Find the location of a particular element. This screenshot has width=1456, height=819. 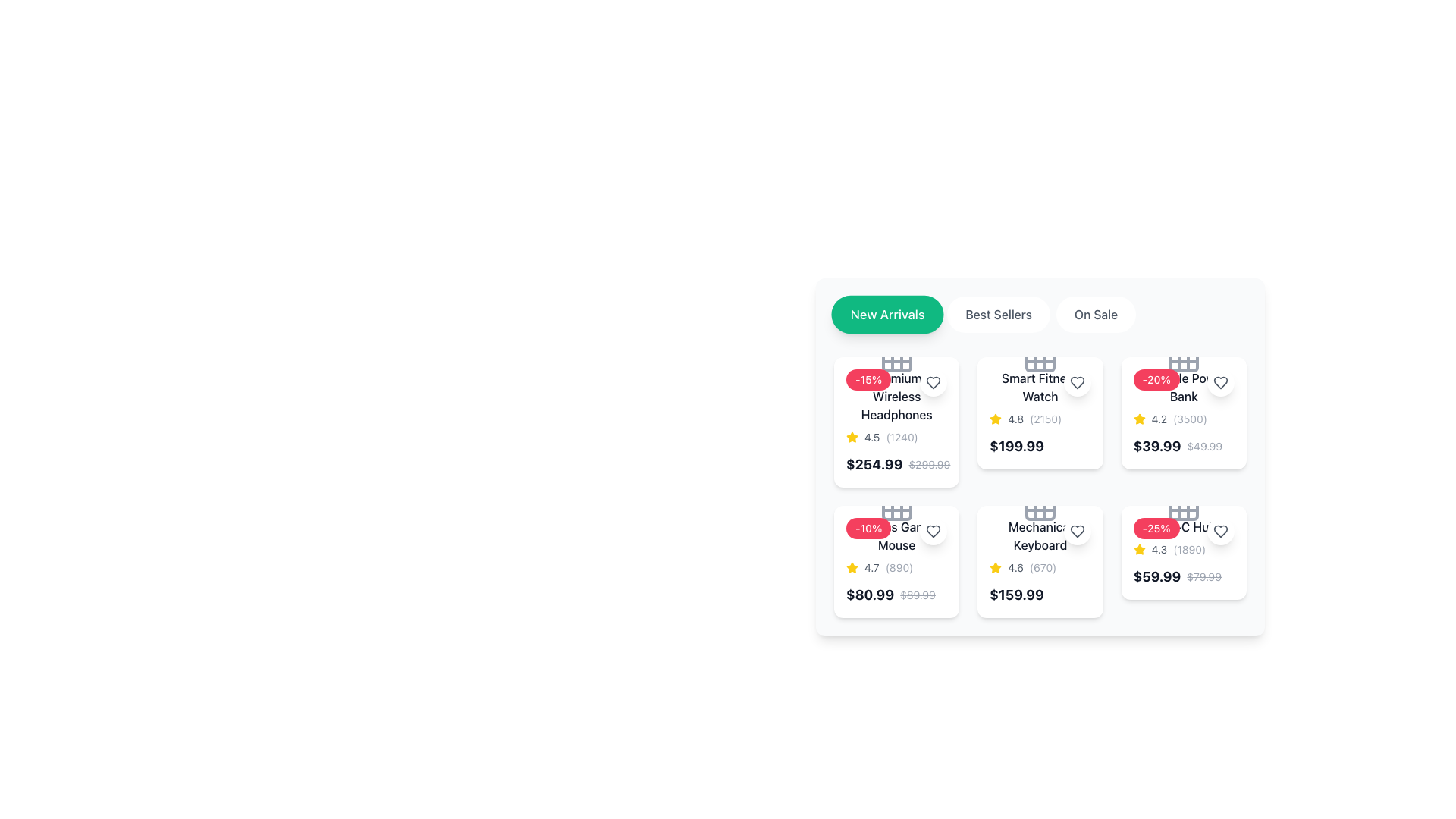

the heart icon button styled as an outline in dark gray against a white circular background is located at coordinates (1076, 382).